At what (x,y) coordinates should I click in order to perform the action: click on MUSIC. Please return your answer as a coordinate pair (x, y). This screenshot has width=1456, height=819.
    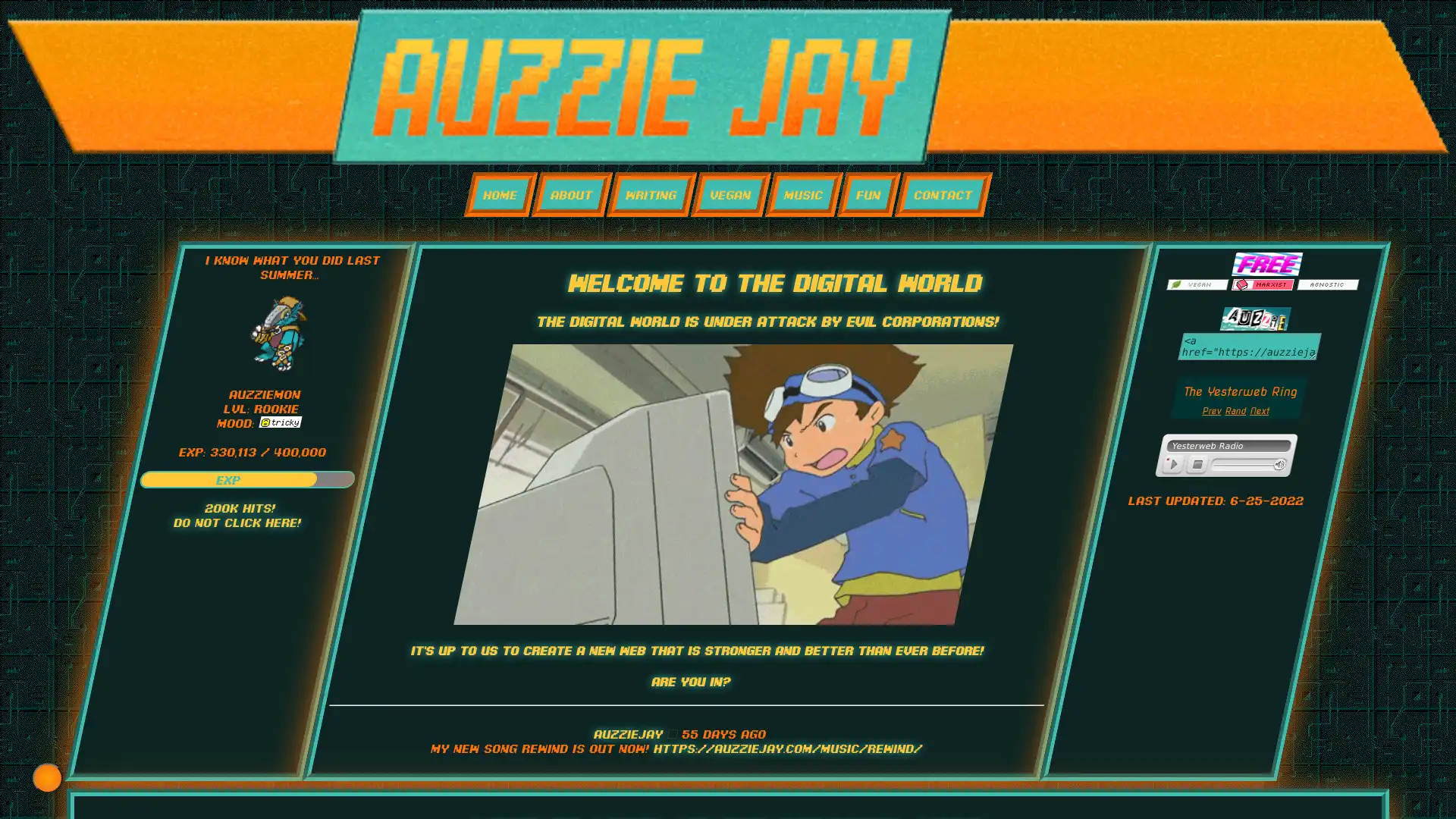
    Looking at the image, I should click on (802, 193).